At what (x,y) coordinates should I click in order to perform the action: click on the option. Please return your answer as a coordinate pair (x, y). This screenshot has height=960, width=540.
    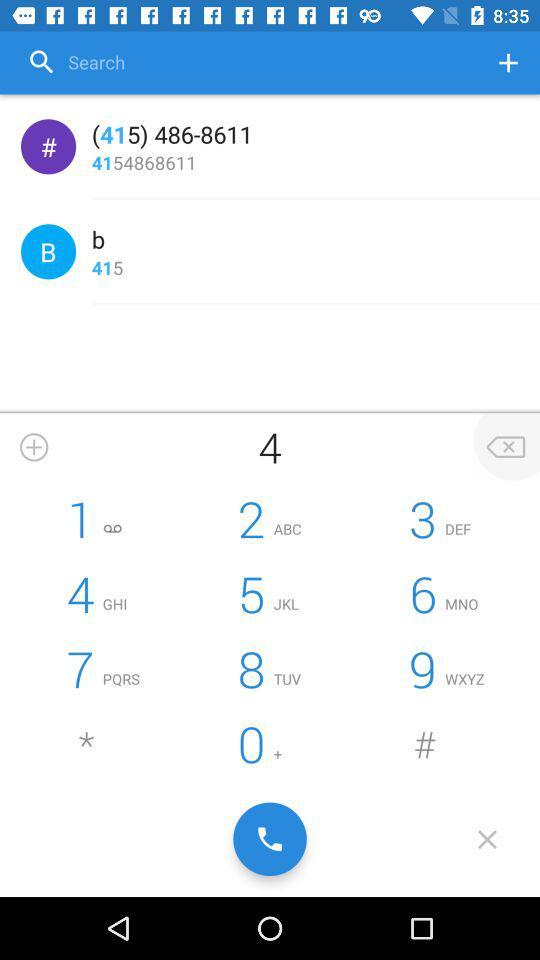
    Looking at the image, I should click on (504, 447).